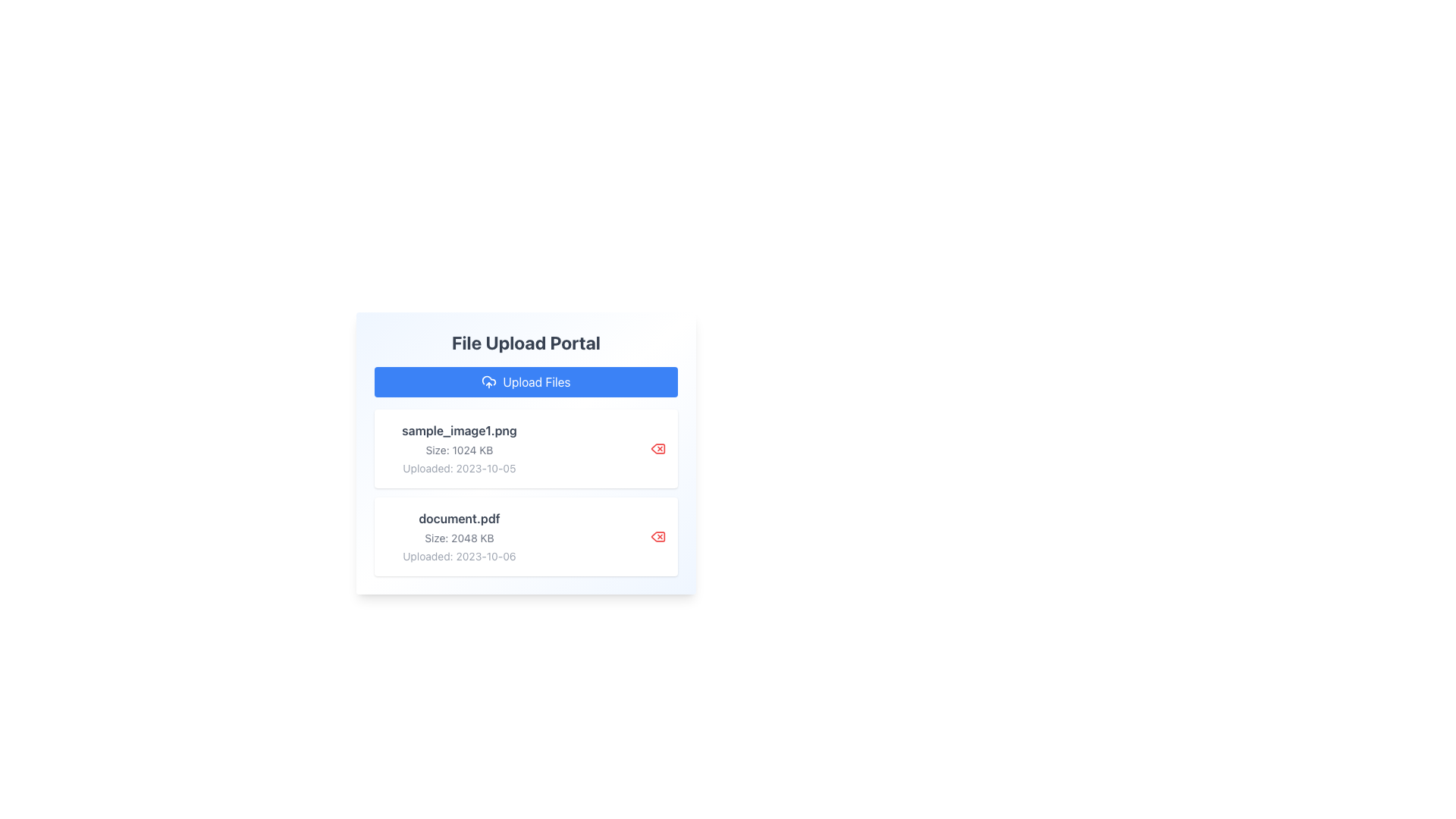 The width and height of the screenshot is (1456, 819). What do you see at coordinates (526, 381) in the screenshot?
I see `the prominently styled 'Upload Files' button with a blue background and white text, located in the 'File Upload Portal' section, to initiate file upload` at bounding box center [526, 381].